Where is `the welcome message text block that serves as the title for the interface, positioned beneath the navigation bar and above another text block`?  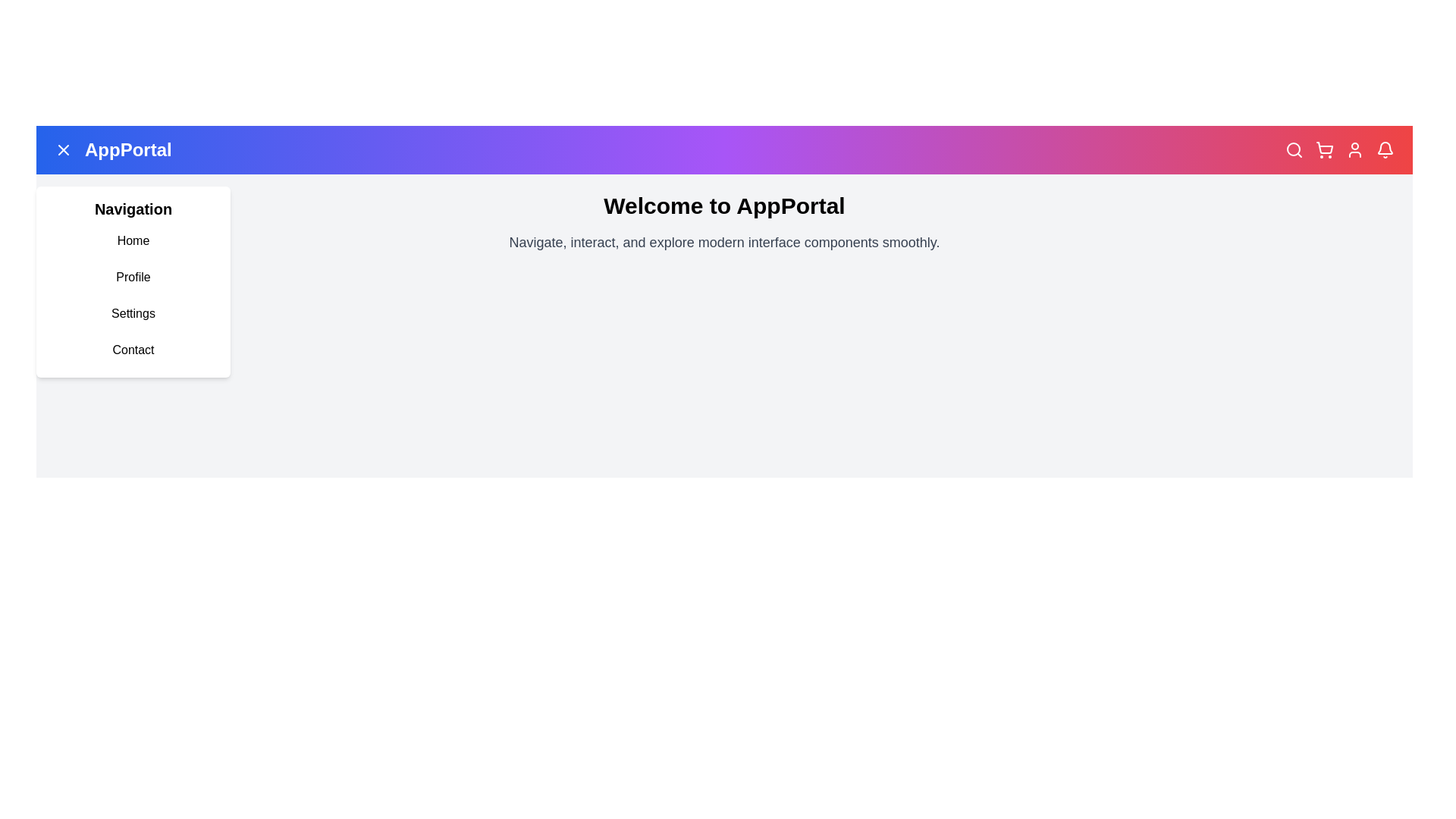
the welcome message text block that serves as the title for the interface, positioned beneath the navigation bar and above another text block is located at coordinates (723, 206).